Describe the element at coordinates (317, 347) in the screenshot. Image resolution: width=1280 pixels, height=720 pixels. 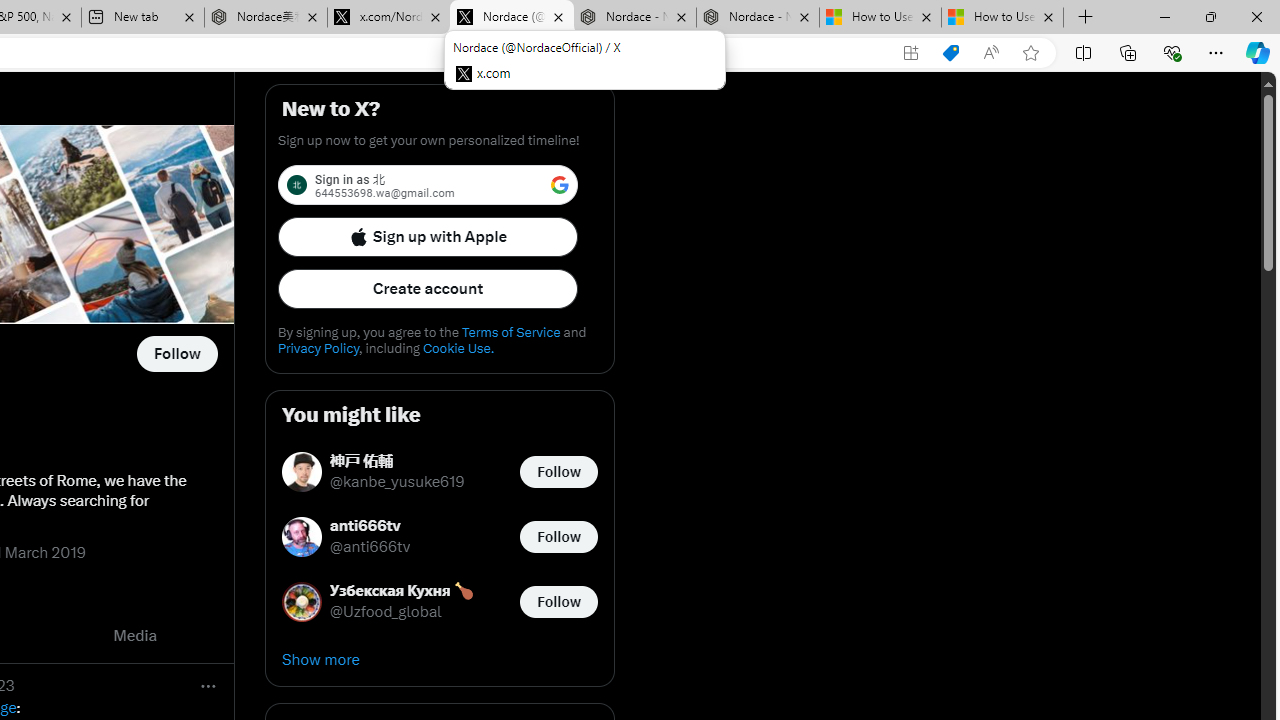
I see `'Privacy Policy'` at that location.